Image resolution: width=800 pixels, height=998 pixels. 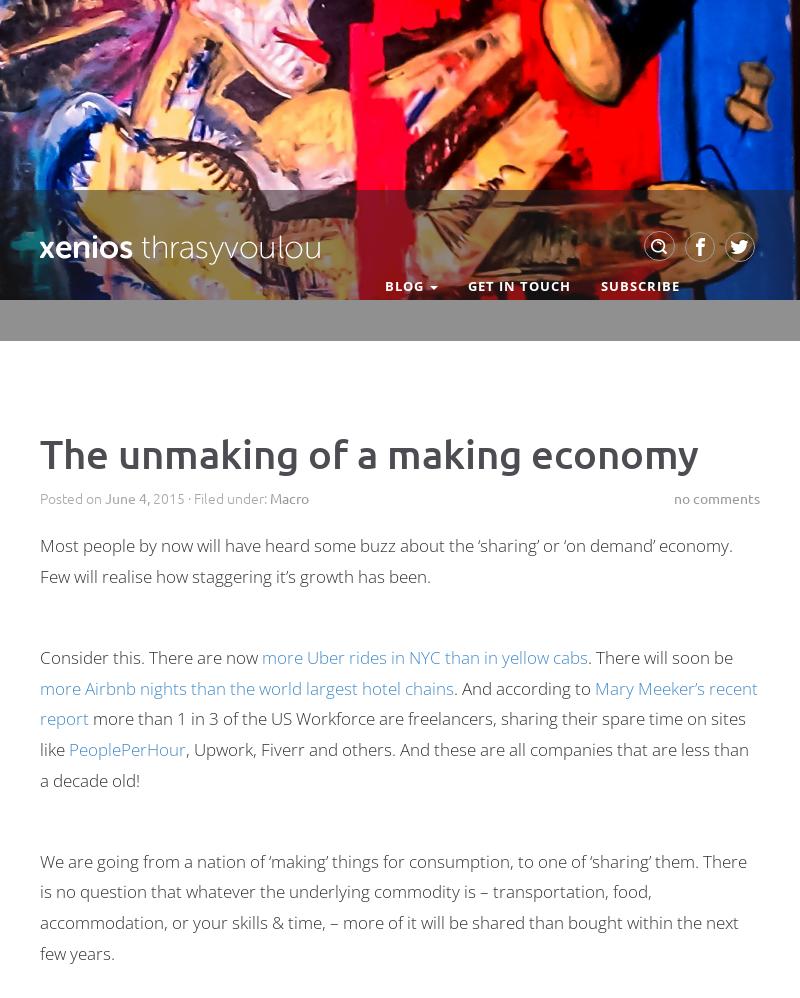 What do you see at coordinates (246, 686) in the screenshot?
I see `'more Airbnb nights than the world largest hotel chains'` at bounding box center [246, 686].